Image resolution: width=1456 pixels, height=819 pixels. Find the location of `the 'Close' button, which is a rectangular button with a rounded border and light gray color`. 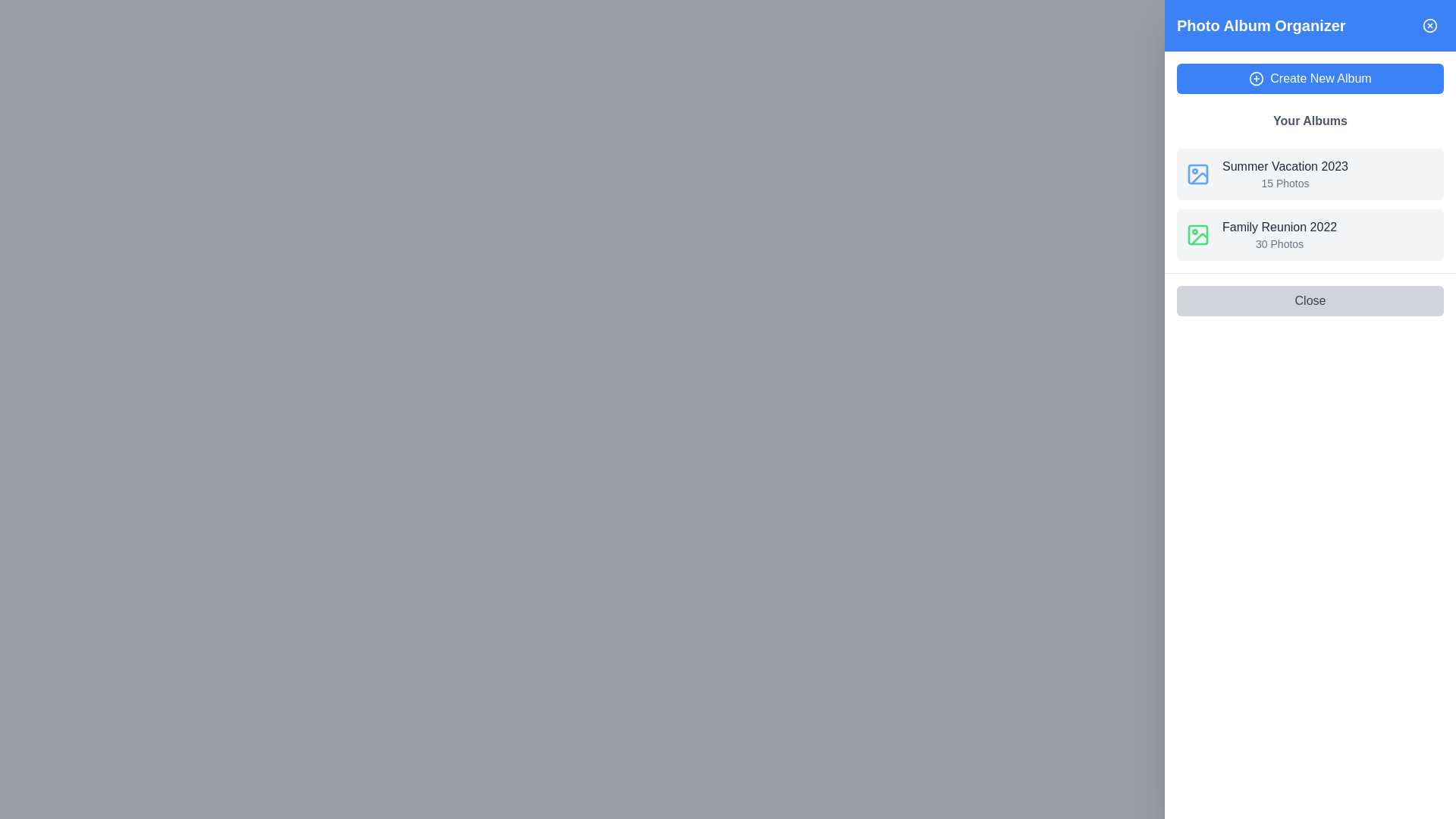

the 'Close' button, which is a rectangular button with a rounded border and light gray color is located at coordinates (1310, 301).